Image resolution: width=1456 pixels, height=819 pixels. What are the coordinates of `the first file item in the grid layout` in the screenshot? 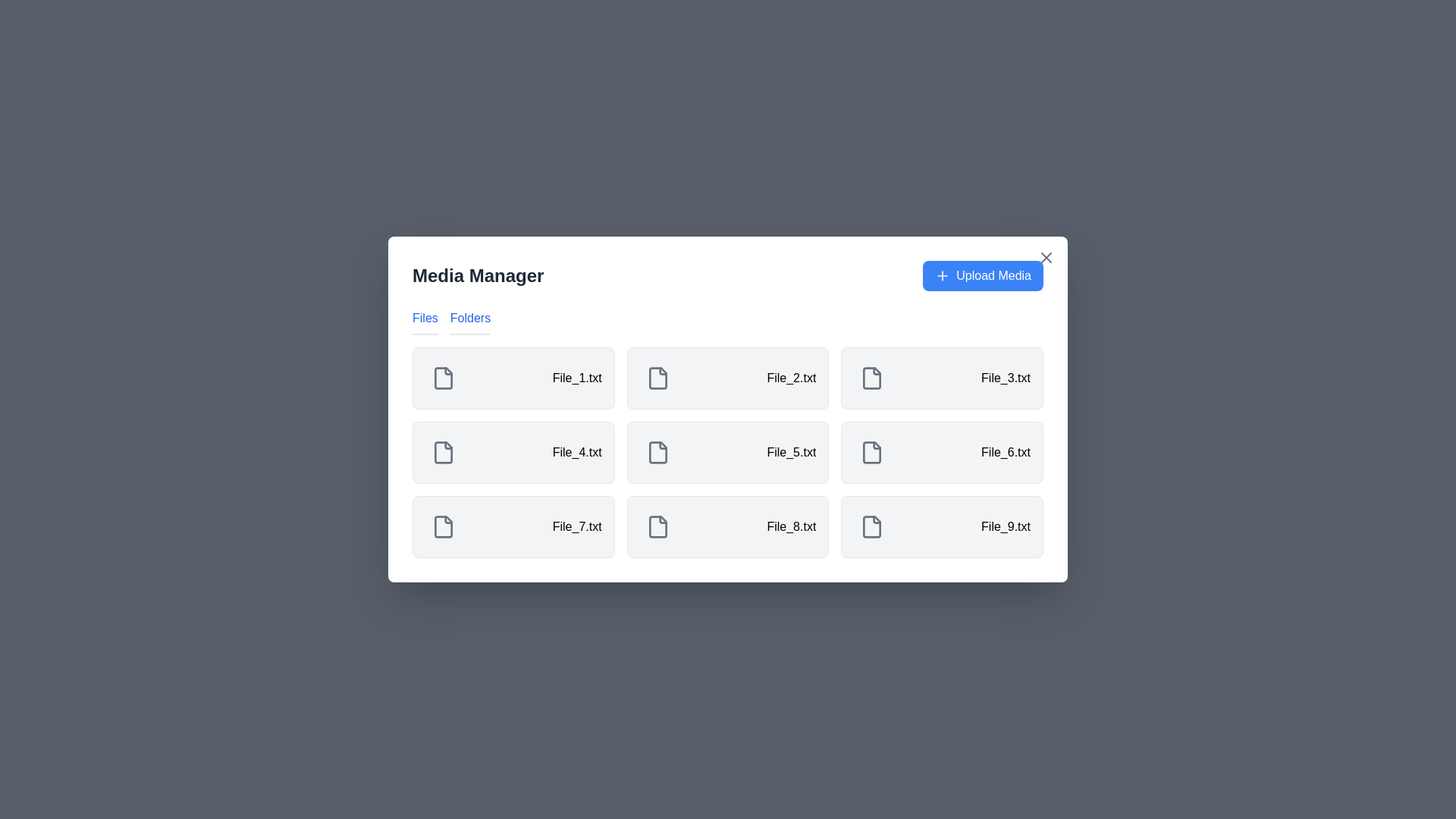 It's located at (513, 377).